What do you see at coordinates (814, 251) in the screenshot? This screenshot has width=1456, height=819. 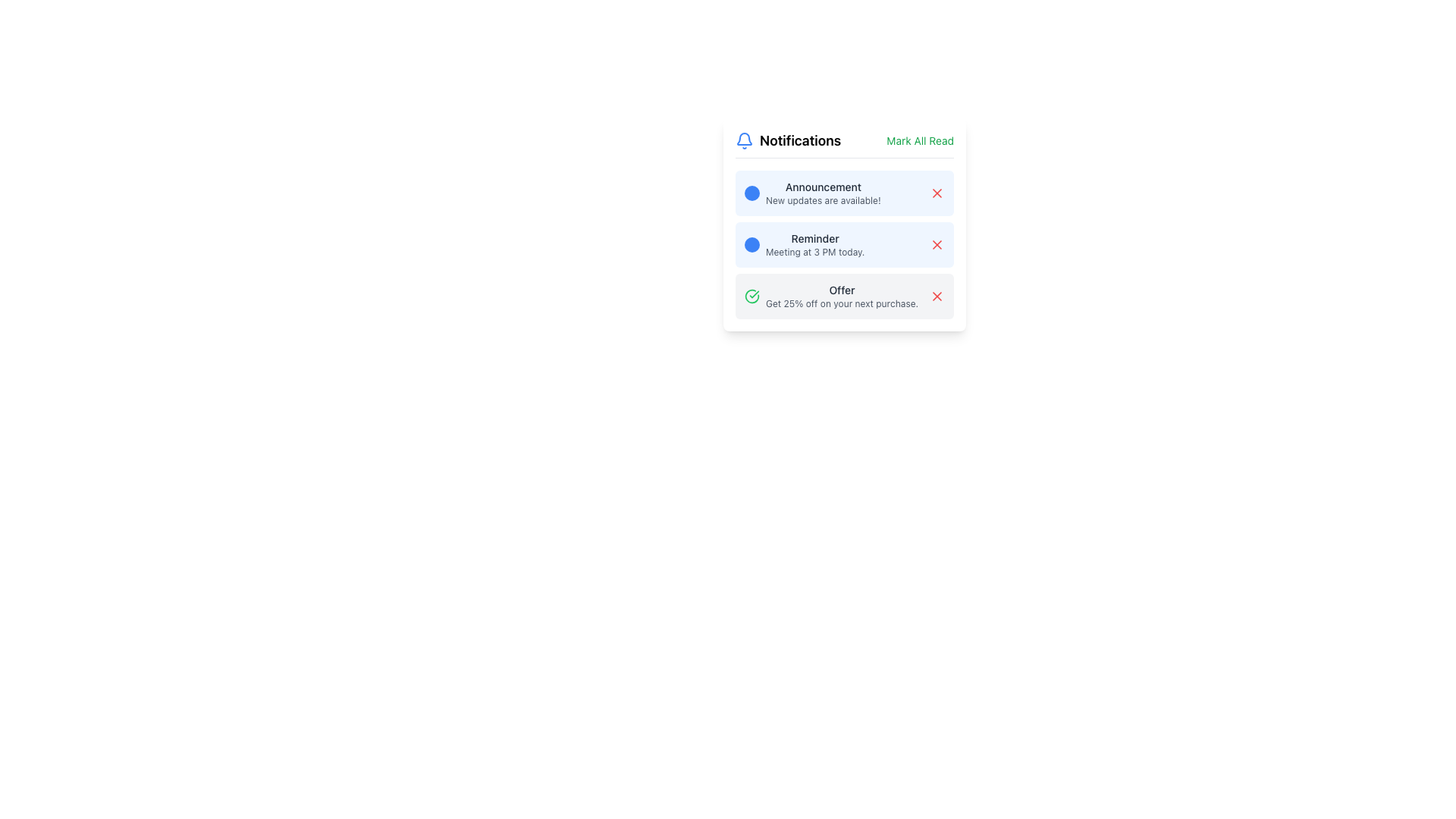 I see `the static text reading 'Meeting at 3 PM today' located in the second notification card in the upper-right section of the interface` at bounding box center [814, 251].